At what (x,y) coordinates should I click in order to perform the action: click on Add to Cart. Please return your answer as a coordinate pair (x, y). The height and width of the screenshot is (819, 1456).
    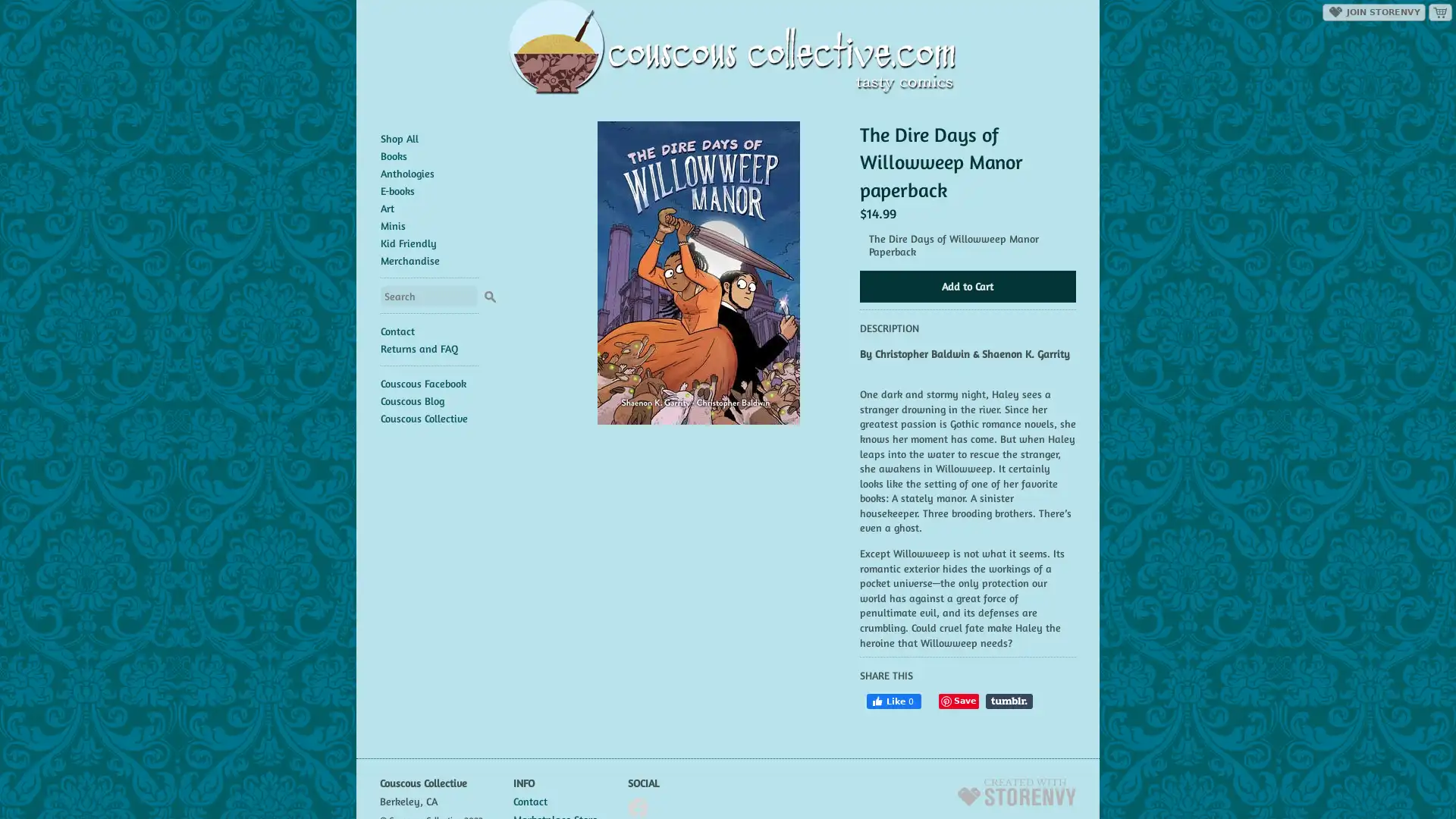
    Looking at the image, I should click on (966, 287).